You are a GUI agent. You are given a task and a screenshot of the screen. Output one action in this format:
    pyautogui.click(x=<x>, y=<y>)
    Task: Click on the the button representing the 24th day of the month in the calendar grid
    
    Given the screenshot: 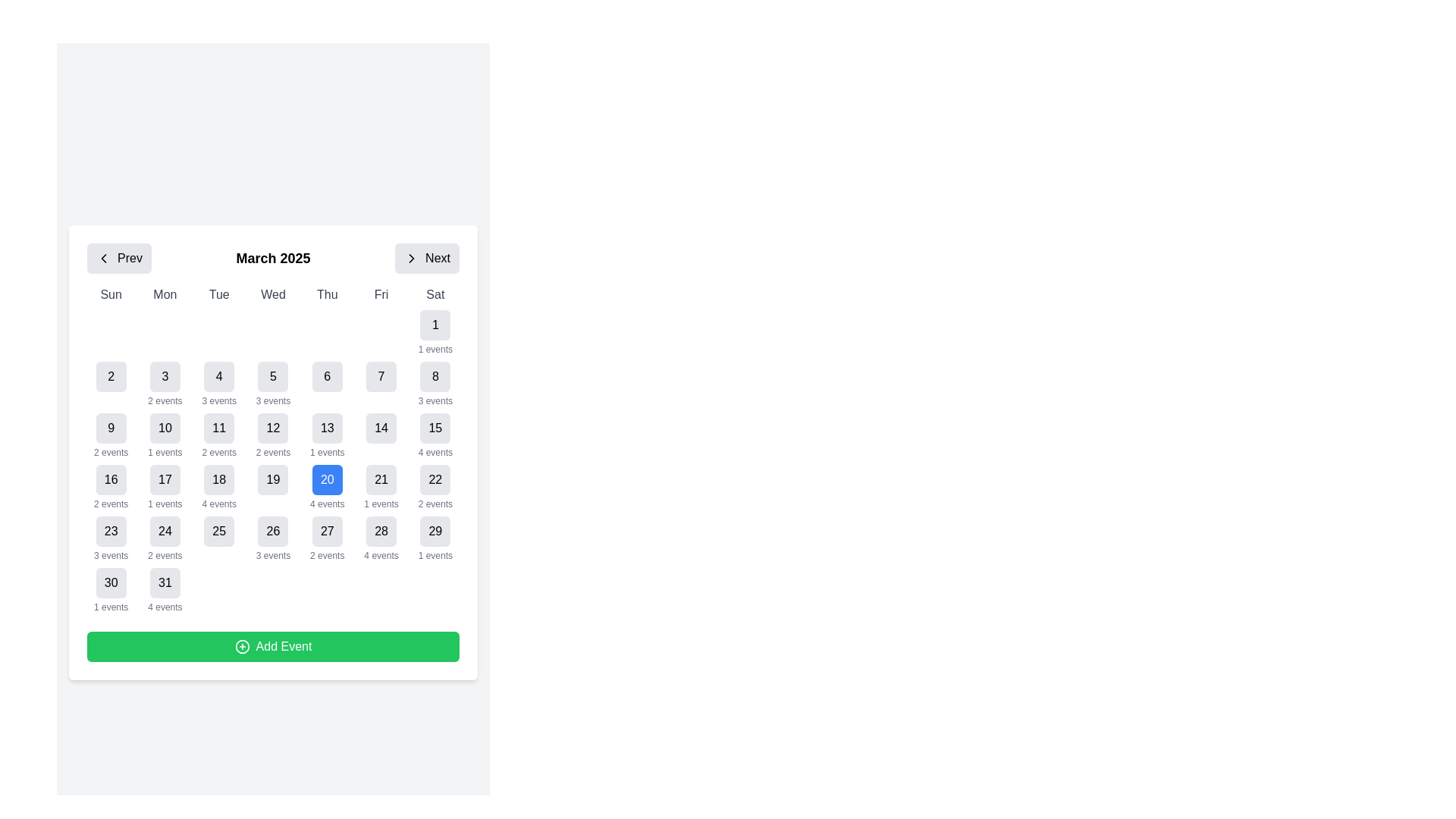 What is the action you would take?
    pyautogui.click(x=165, y=531)
    